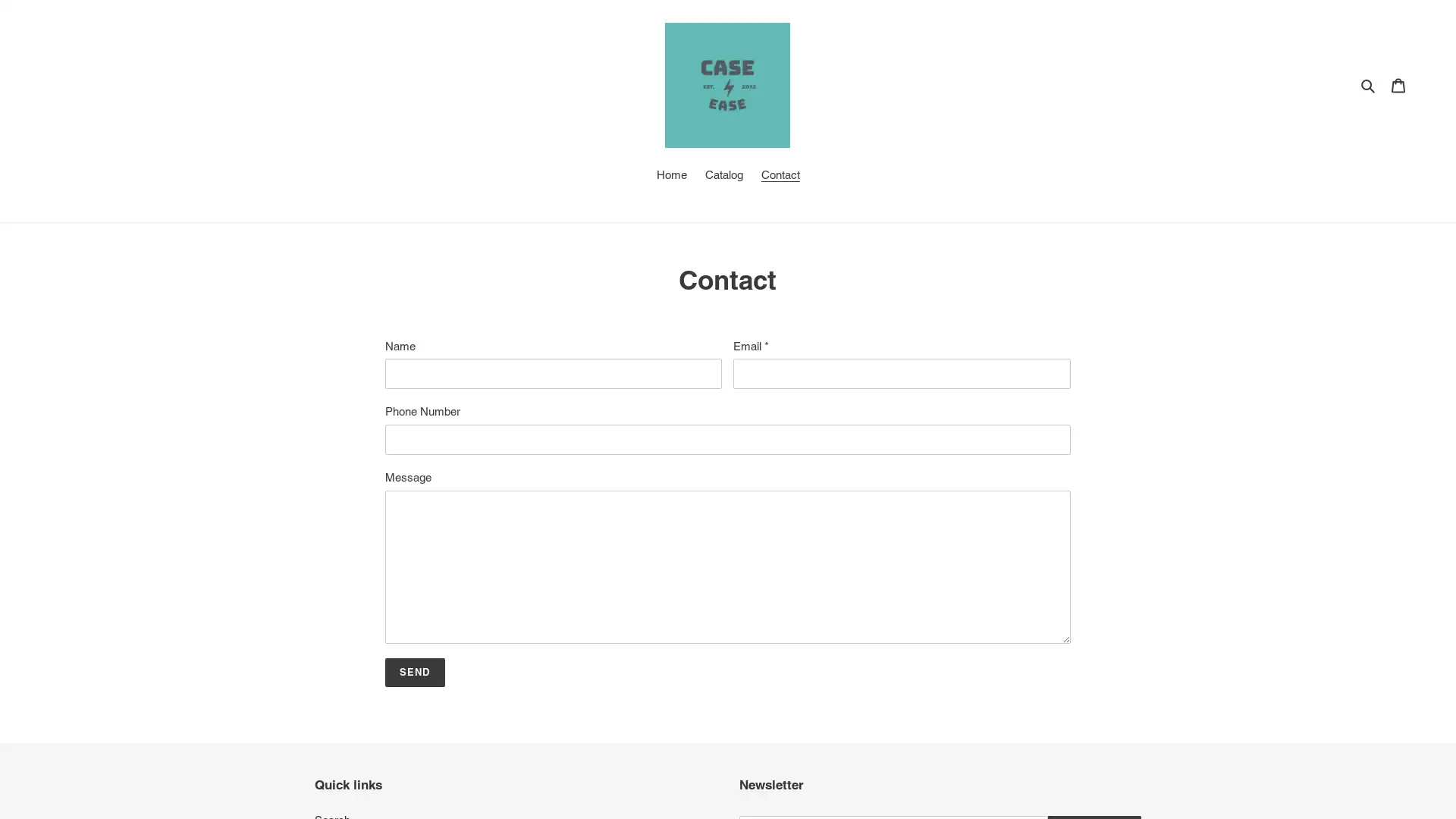 The width and height of the screenshot is (1456, 819). I want to click on Send, so click(415, 671).